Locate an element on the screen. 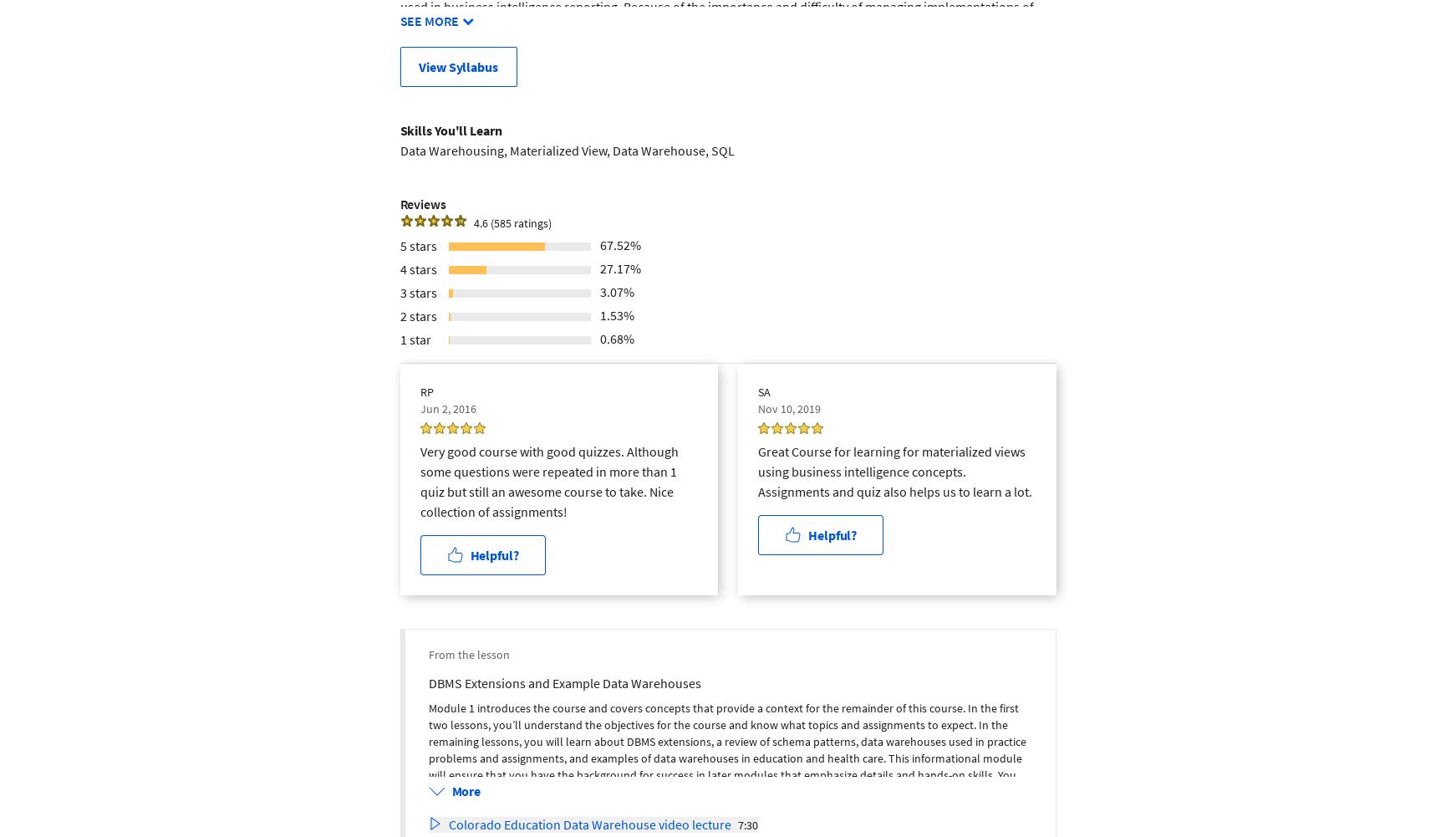 The image size is (1456, 837). '3 stars' is located at coordinates (417, 292).